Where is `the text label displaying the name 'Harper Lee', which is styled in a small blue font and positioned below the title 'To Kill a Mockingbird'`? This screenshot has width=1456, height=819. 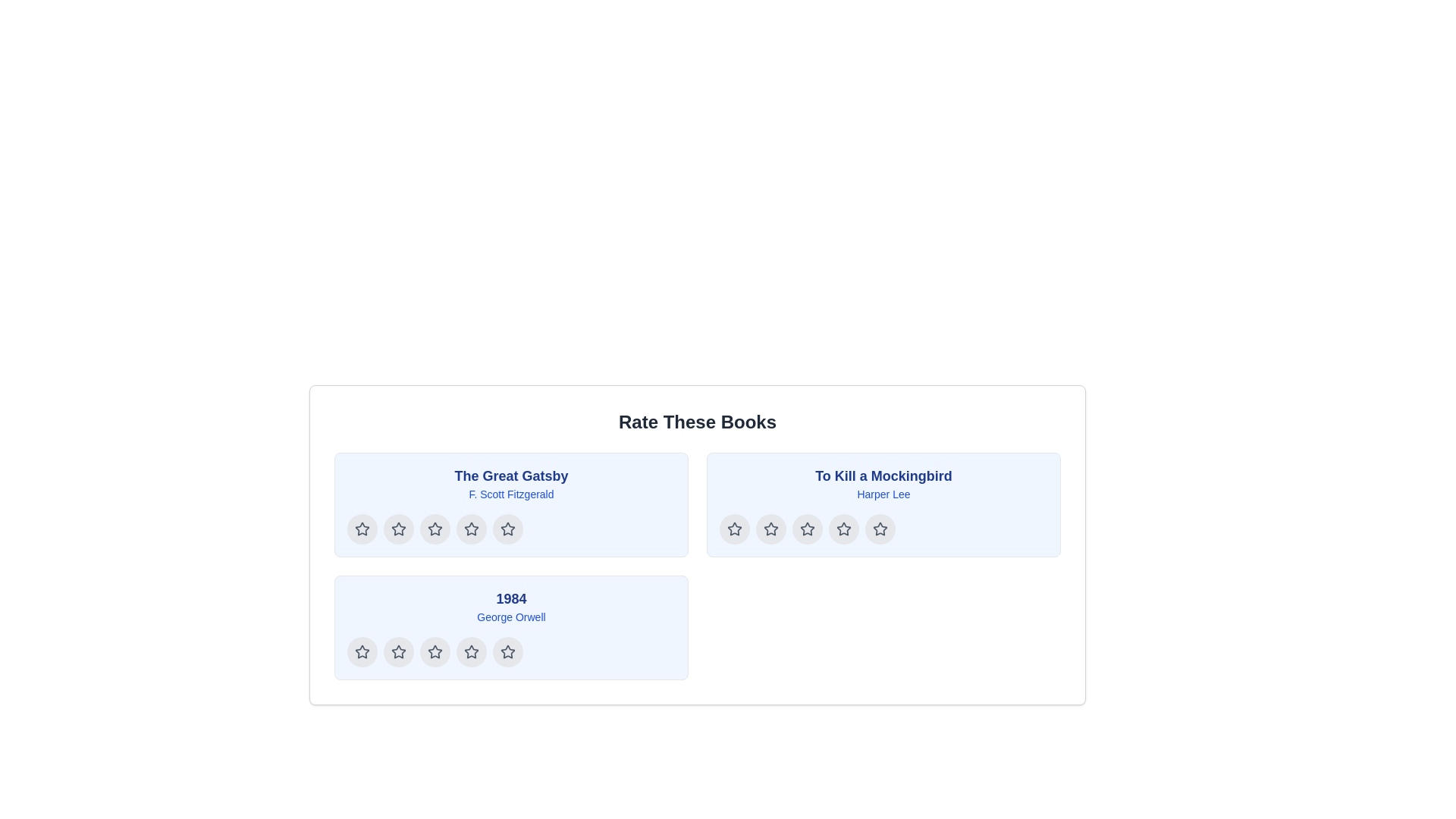
the text label displaying the name 'Harper Lee', which is styled in a small blue font and positioned below the title 'To Kill a Mockingbird' is located at coordinates (883, 494).